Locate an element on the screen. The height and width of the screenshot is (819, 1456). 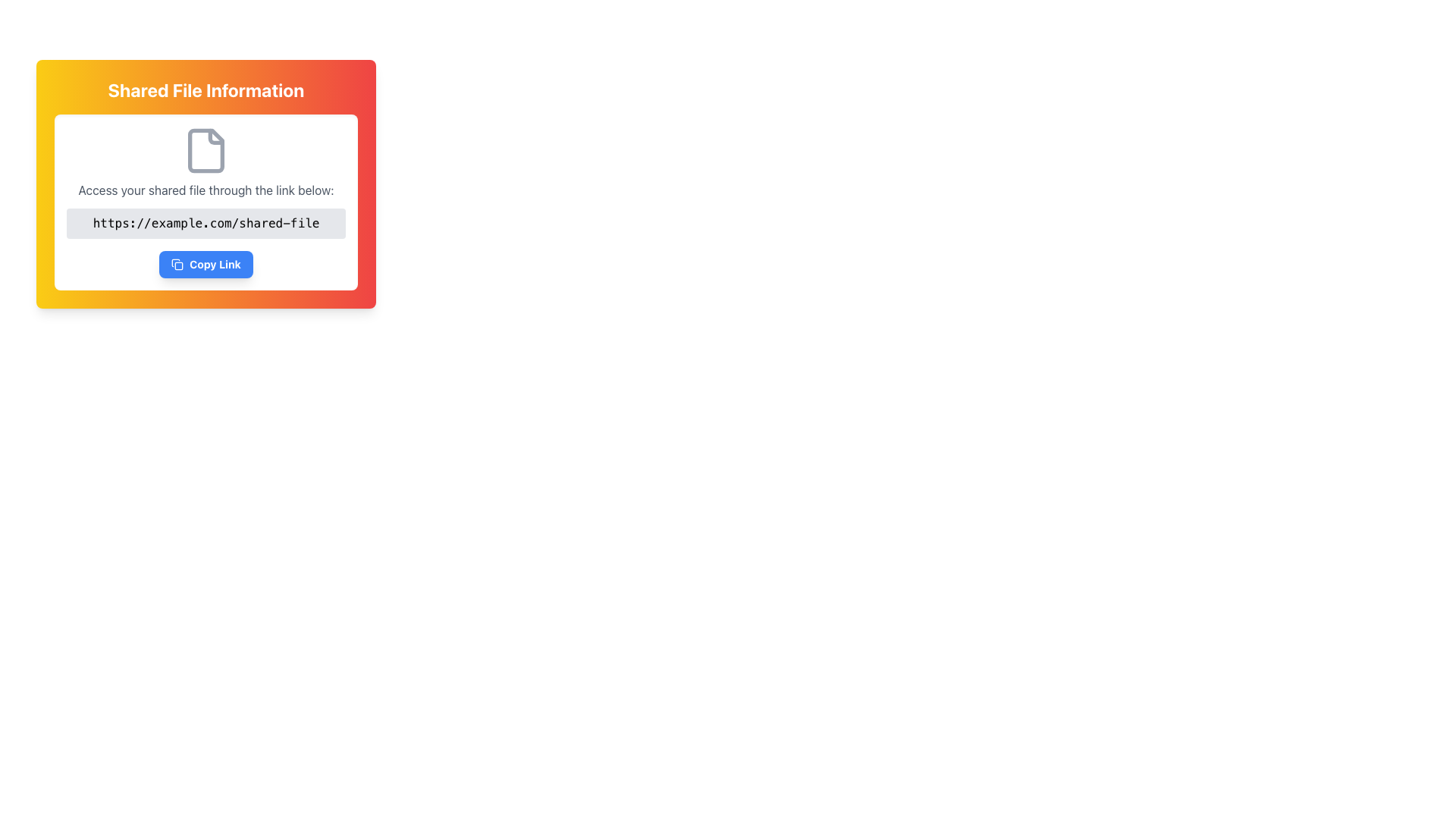
the decorative file icon located at the top center of the 'Shared File Information' card component is located at coordinates (206, 151).